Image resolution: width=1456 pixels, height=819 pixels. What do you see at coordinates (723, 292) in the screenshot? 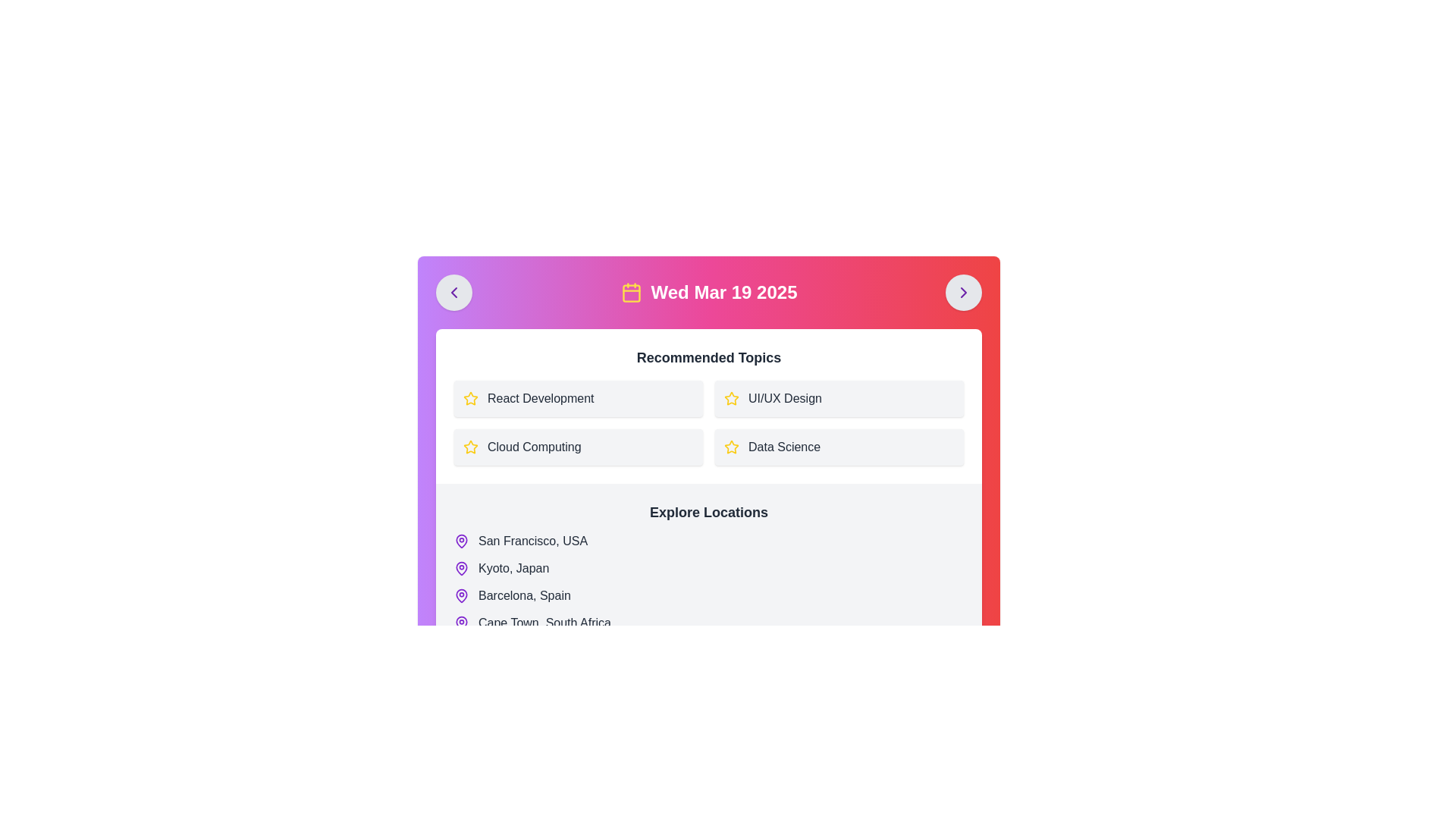
I see `the Text Display element that shows the date 'Wed Mar 19 2025', which is prominently displayed in a large, bold font style within the header section of the interface` at bounding box center [723, 292].